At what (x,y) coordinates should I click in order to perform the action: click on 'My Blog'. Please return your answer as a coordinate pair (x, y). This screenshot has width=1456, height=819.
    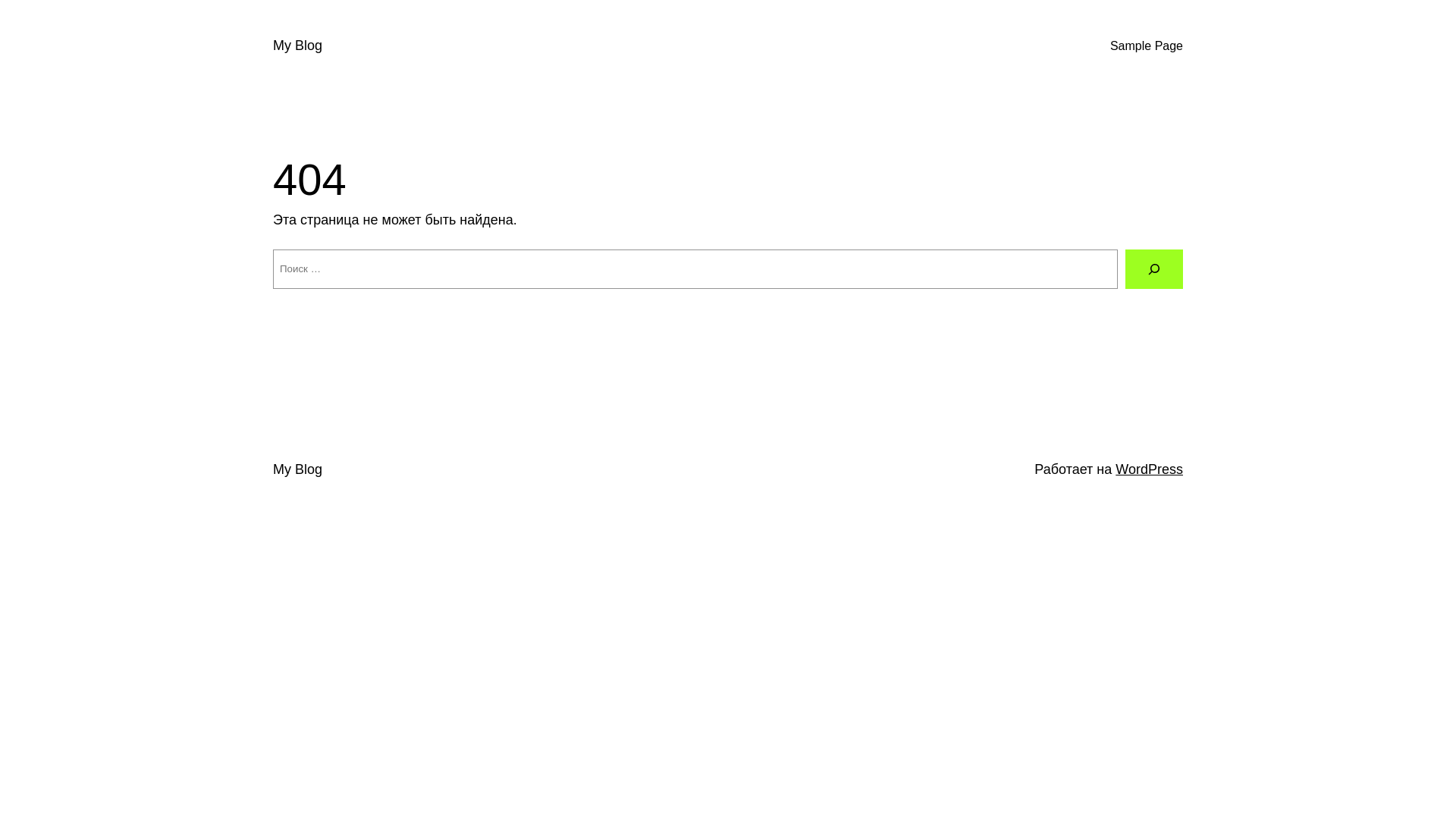
    Looking at the image, I should click on (273, 468).